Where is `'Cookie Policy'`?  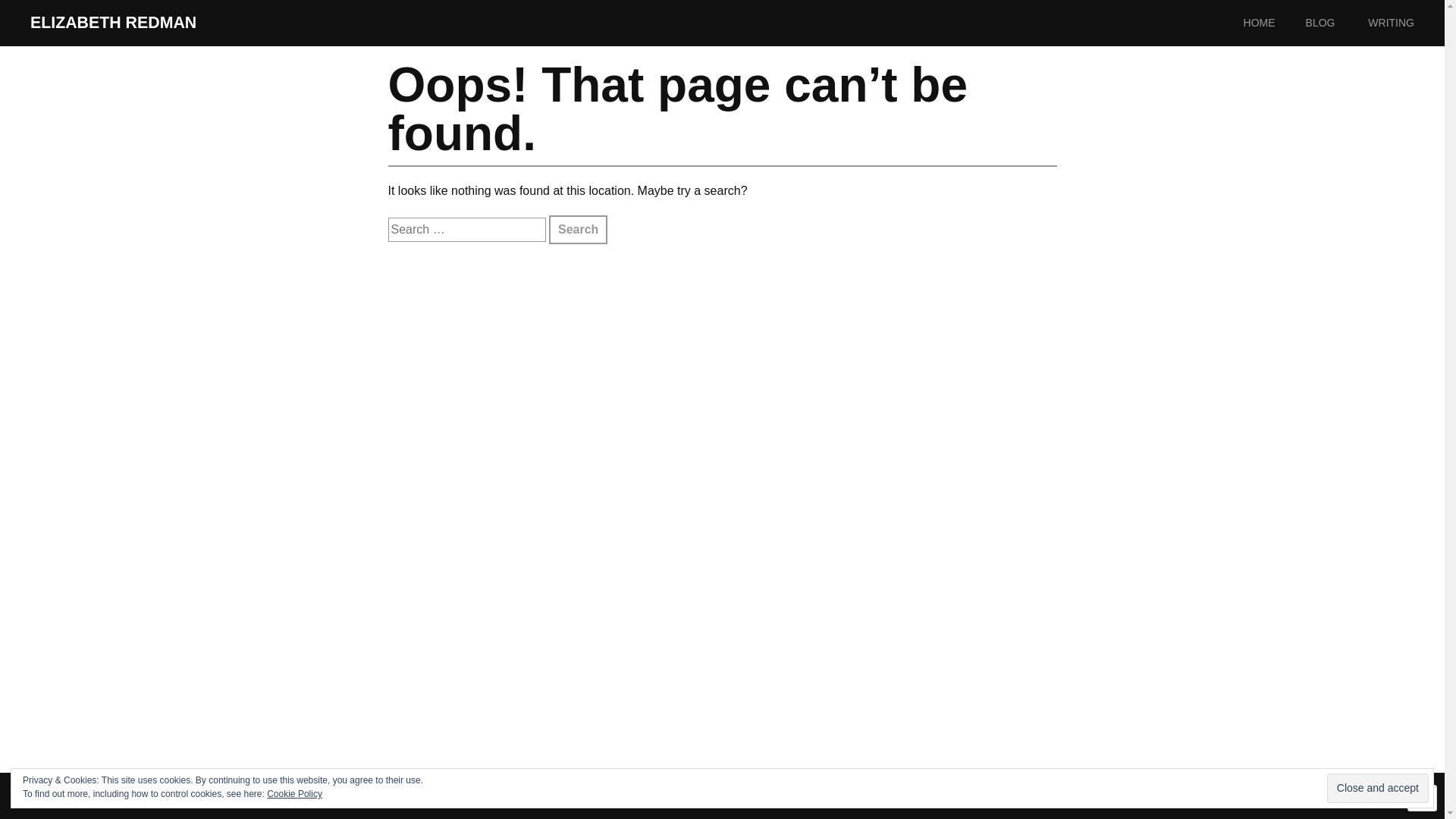 'Cookie Policy' is located at coordinates (294, 792).